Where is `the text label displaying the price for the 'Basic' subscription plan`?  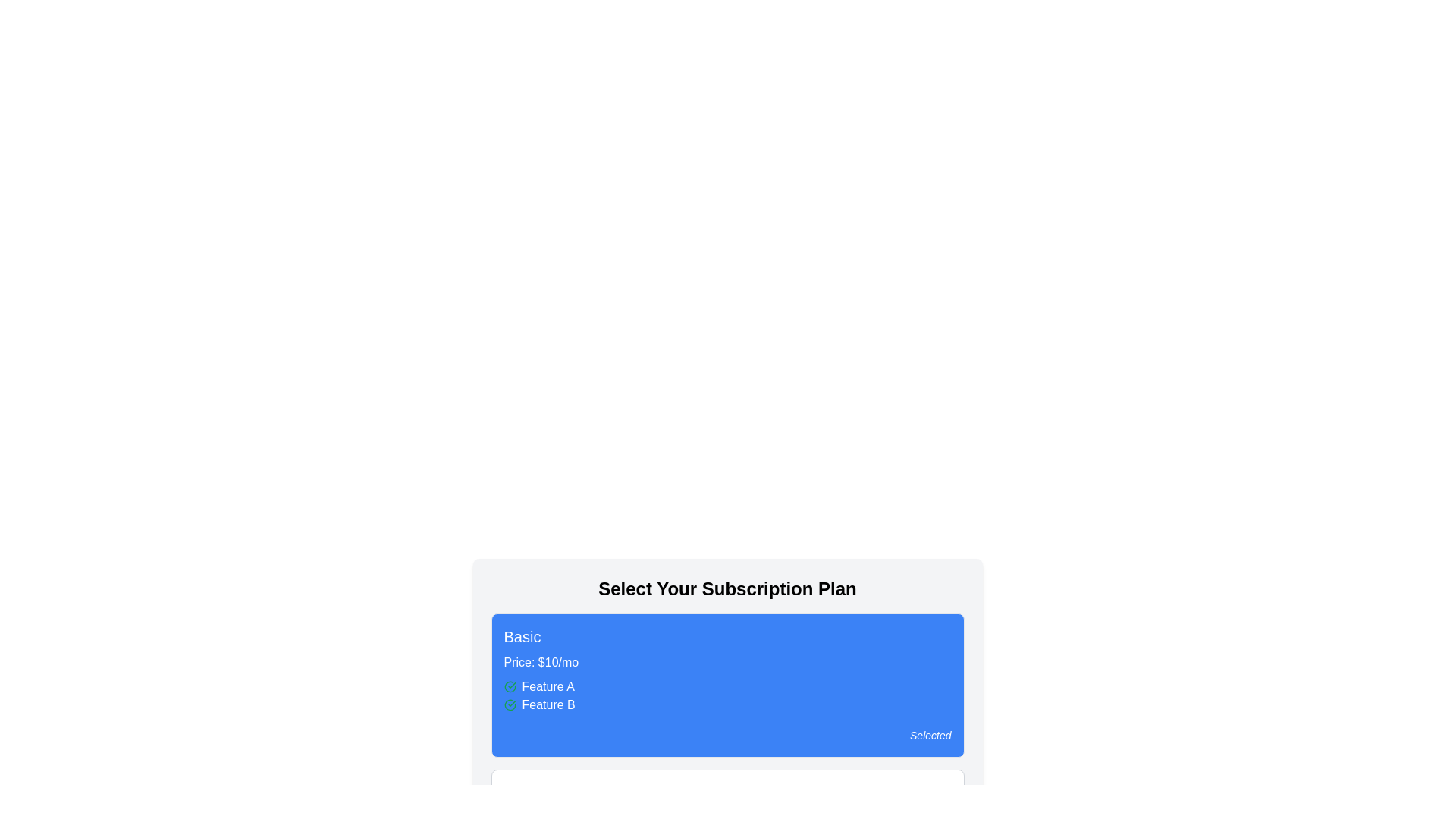 the text label displaying the price for the 'Basic' subscription plan is located at coordinates (541, 662).